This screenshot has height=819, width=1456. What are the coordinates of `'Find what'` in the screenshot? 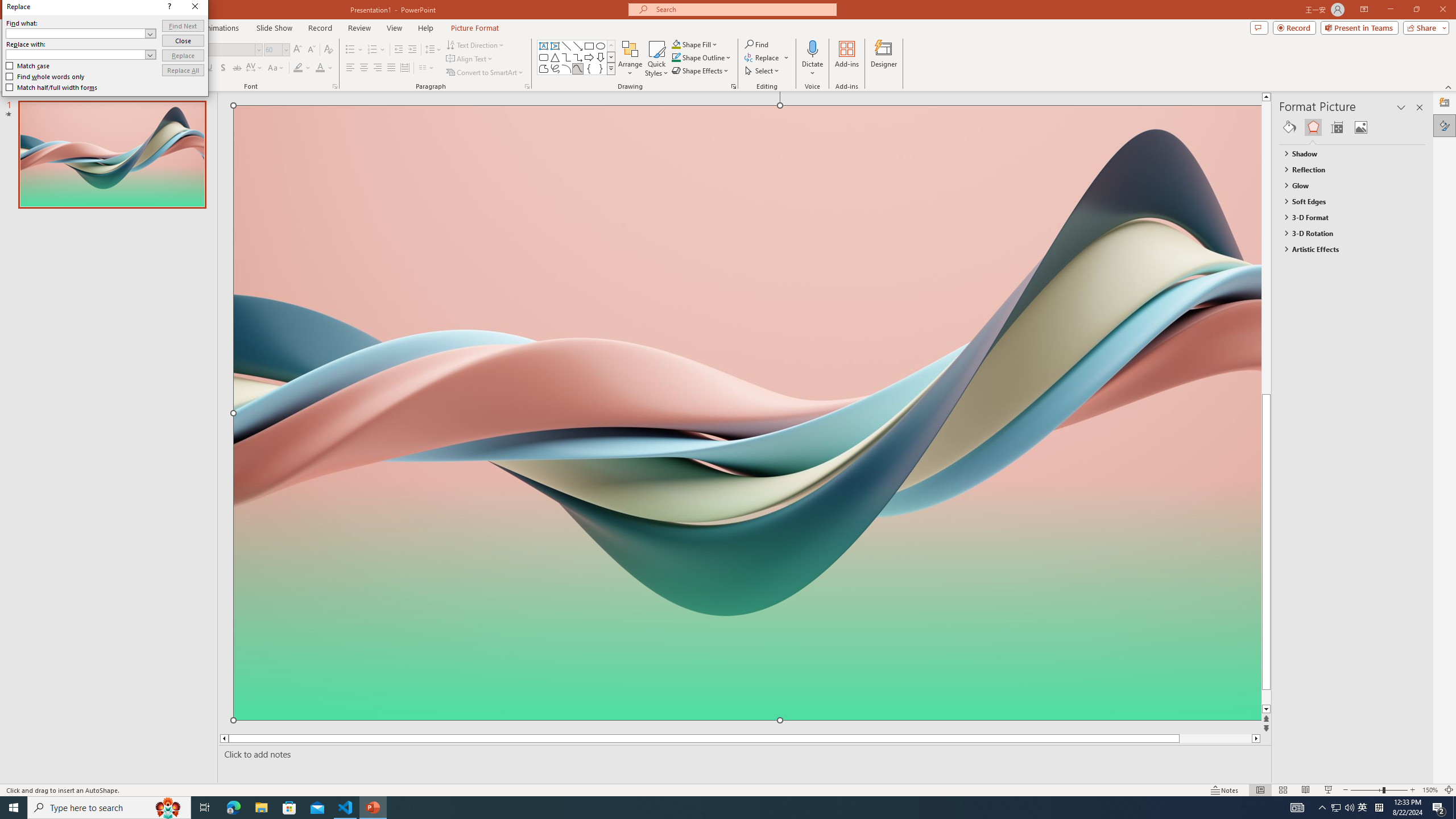 It's located at (81, 33).